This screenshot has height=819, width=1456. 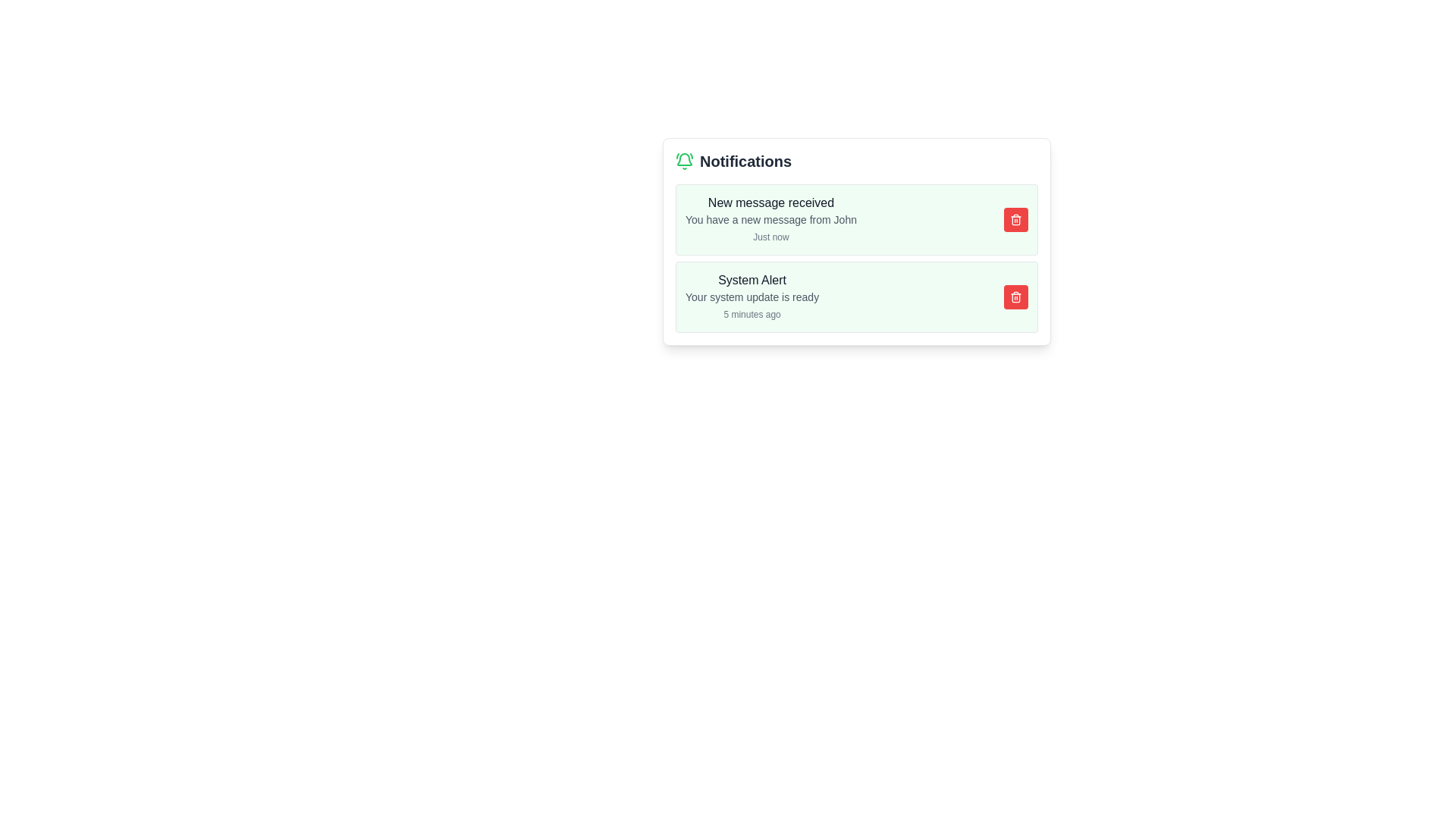 What do you see at coordinates (771, 237) in the screenshot?
I see `the text label displaying 'Just now' in gray color, located at the bottom-right of the notification card` at bounding box center [771, 237].